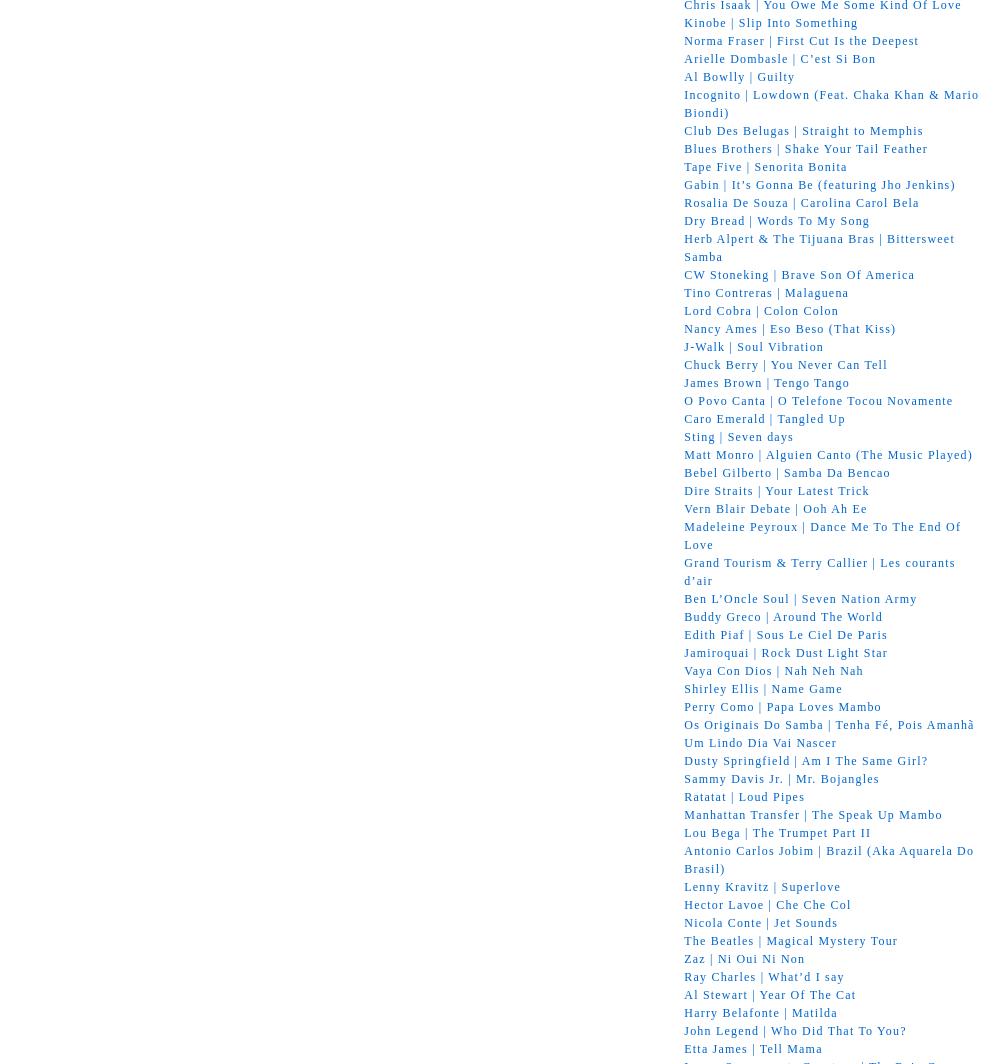  What do you see at coordinates (684, 1029) in the screenshot?
I see `'John Legend | Who Did That To You?'` at bounding box center [684, 1029].